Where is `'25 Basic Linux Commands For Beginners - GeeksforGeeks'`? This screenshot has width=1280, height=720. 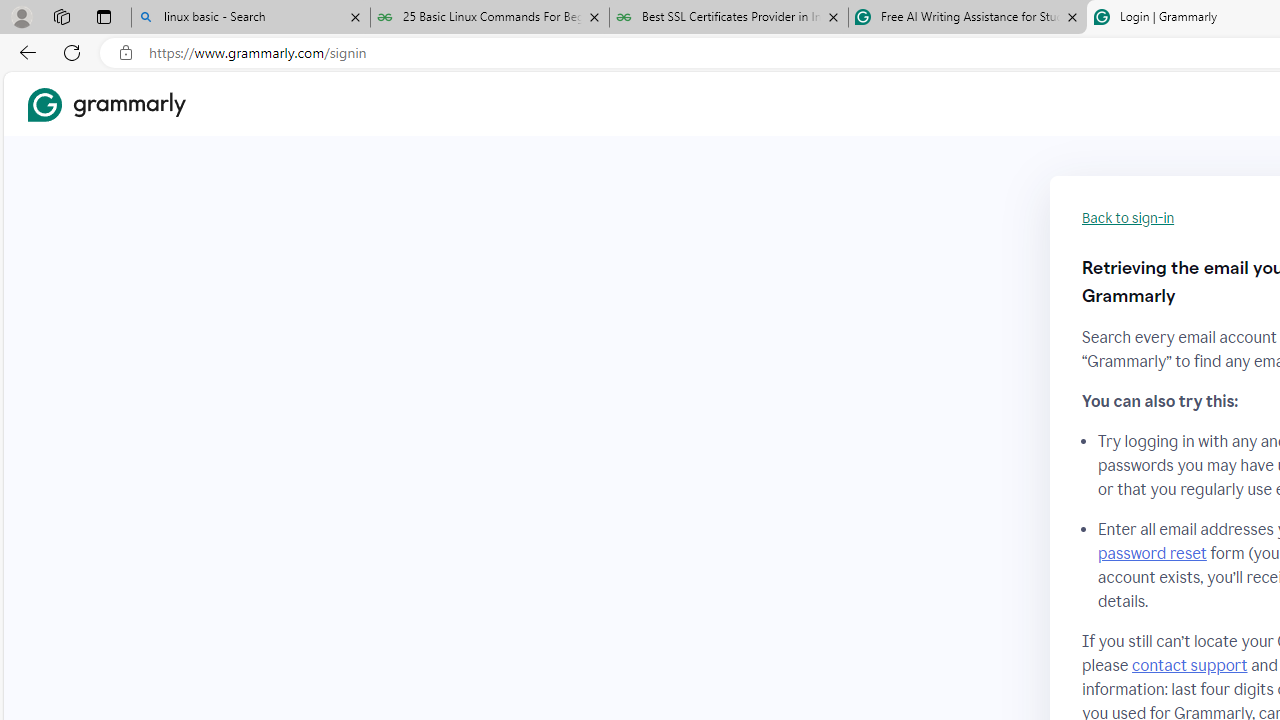
'25 Basic Linux Commands For Beginners - GeeksforGeeks' is located at coordinates (490, 17).